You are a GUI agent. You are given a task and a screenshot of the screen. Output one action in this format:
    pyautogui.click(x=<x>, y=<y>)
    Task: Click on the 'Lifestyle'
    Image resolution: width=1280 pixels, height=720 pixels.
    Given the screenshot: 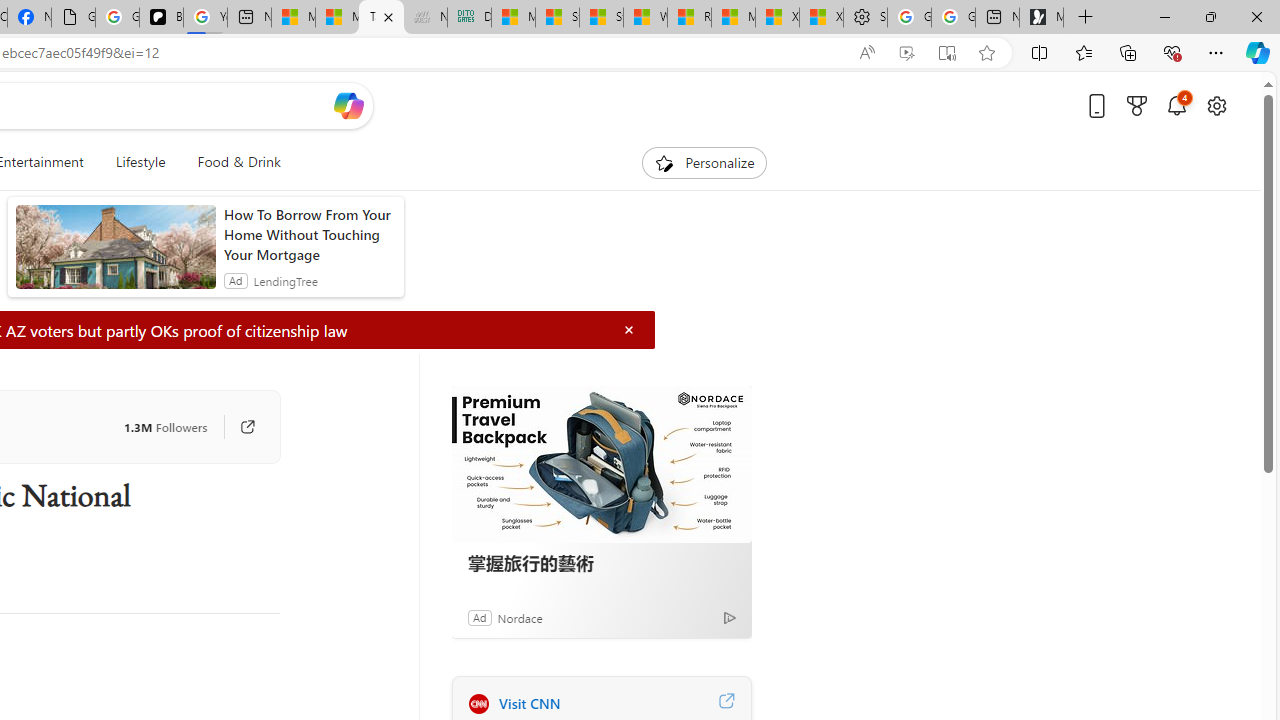 What is the action you would take?
    pyautogui.click(x=139, y=162)
    